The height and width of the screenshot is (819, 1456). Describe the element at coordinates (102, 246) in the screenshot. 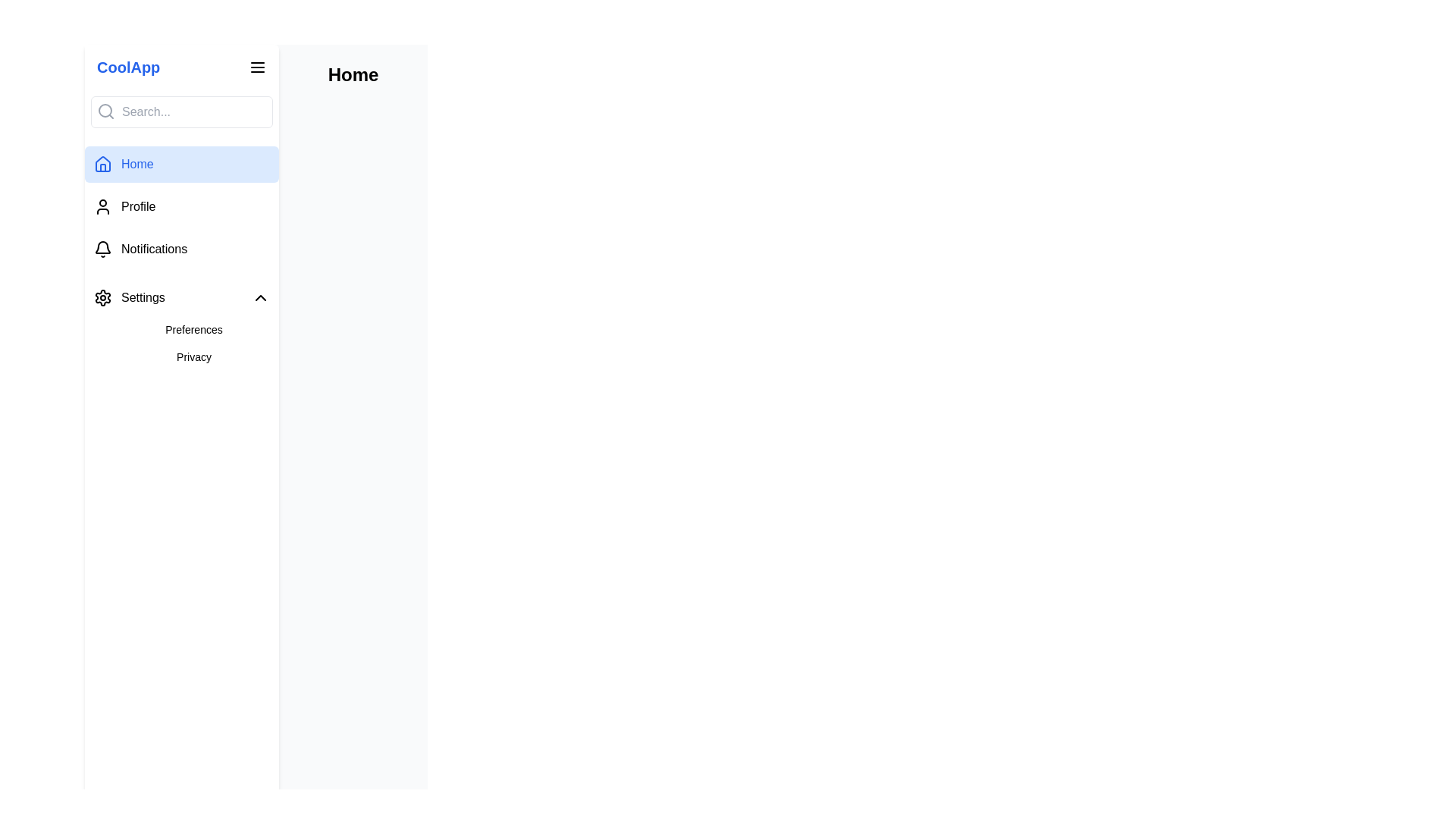

I see `the notifications icon located in the left-hand navigation bar, which is the second icon from the top` at that location.